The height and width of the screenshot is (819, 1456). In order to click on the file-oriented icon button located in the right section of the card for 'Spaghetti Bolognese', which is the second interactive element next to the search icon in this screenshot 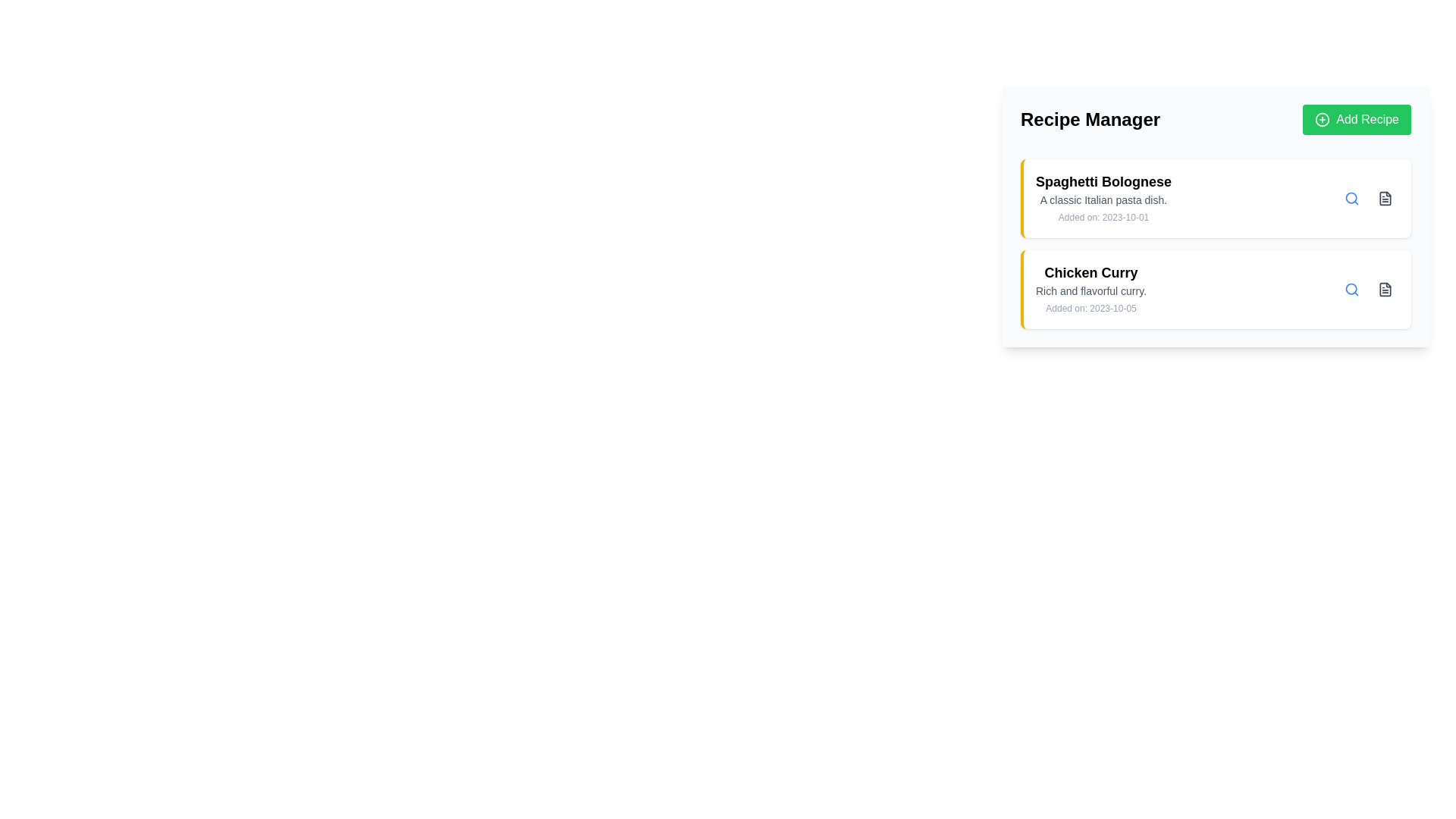, I will do `click(1385, 198)`.